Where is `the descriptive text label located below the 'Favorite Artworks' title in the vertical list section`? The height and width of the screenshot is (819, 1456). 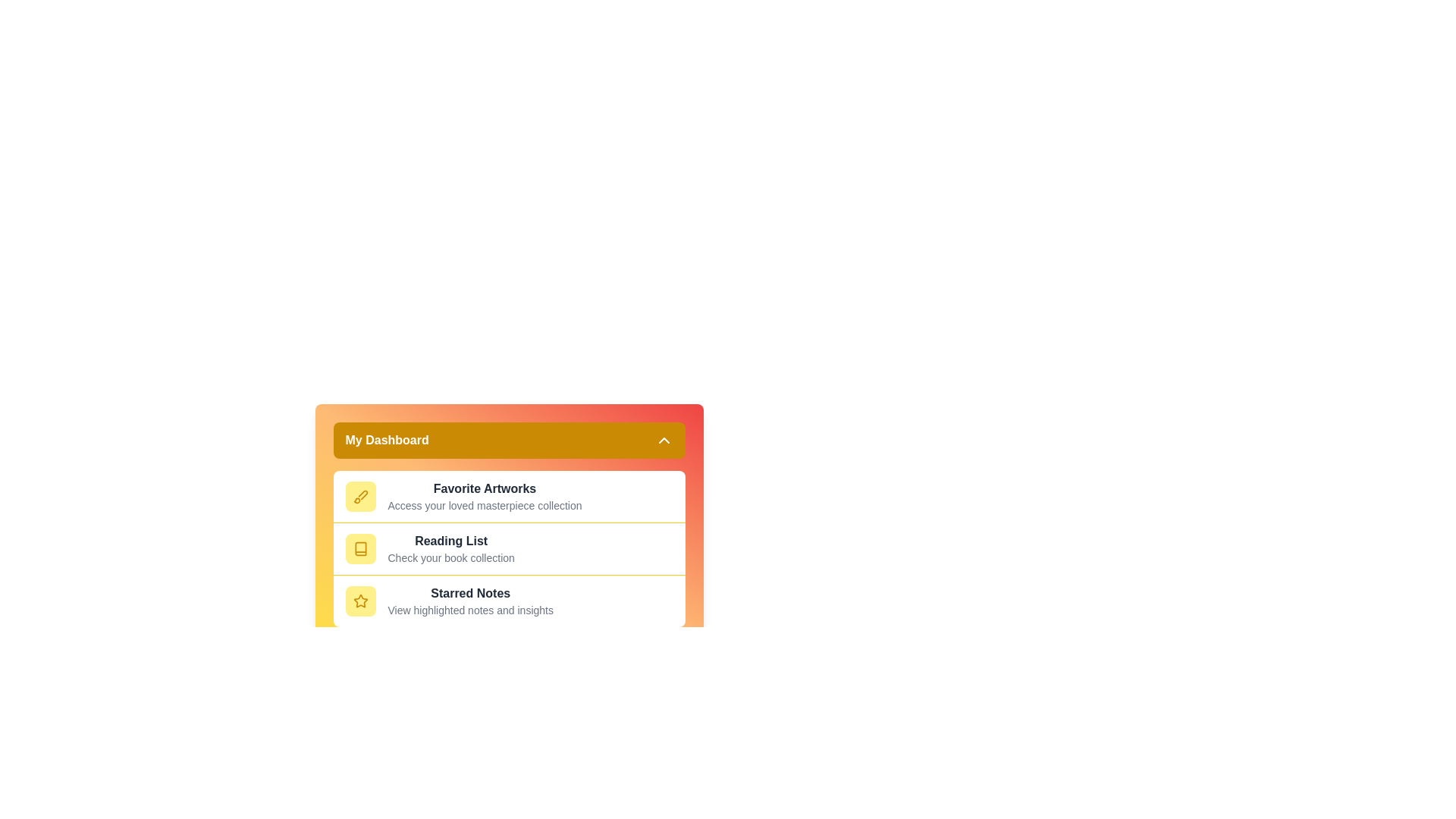 the descriptive text label located below the 'Favorite Artworks' title in the vertical list section is located at coordinates (484, 506).